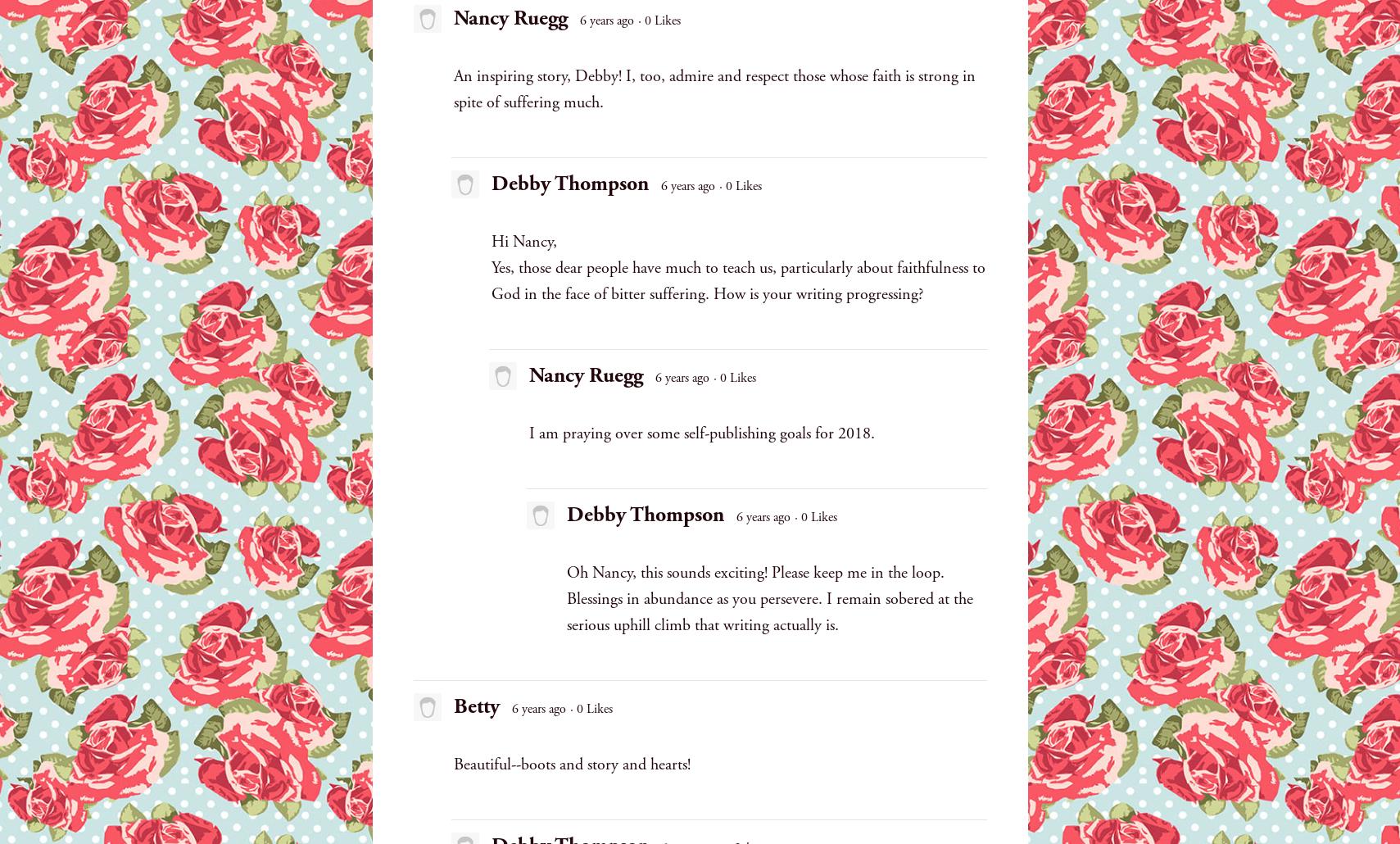 The image size is (1400, 844). What do you see at coordinates (570, 764) in the screenshot?
I see `'Beautiful--boots and story and hearts!'` at bounding box center [570, 764].